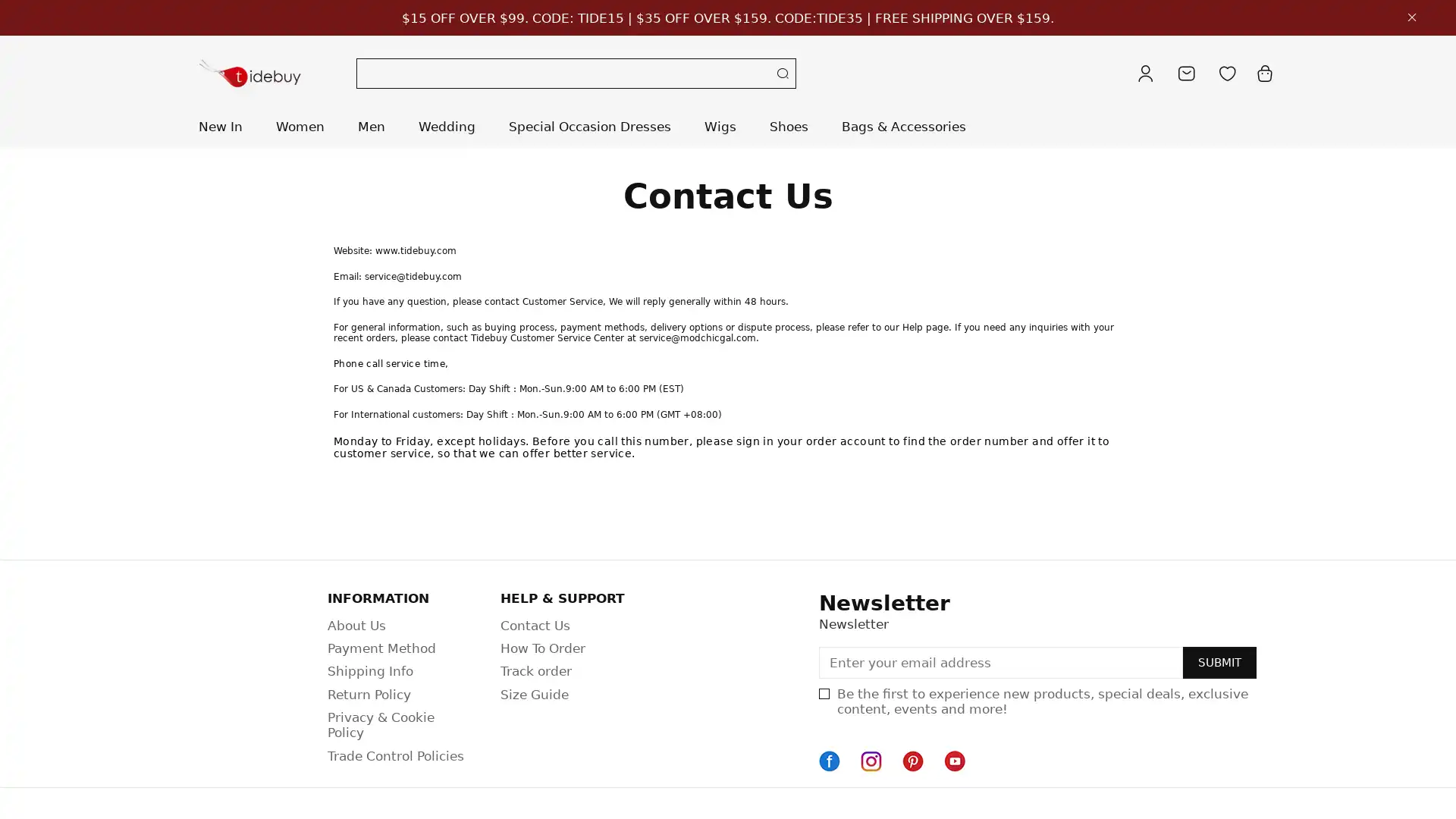 This screenshot has width=1456, height=819. What do you see at coordinates (1222, 663) in the screenshot?
I see `SUBMIT` at bounding box center [1222, 663].